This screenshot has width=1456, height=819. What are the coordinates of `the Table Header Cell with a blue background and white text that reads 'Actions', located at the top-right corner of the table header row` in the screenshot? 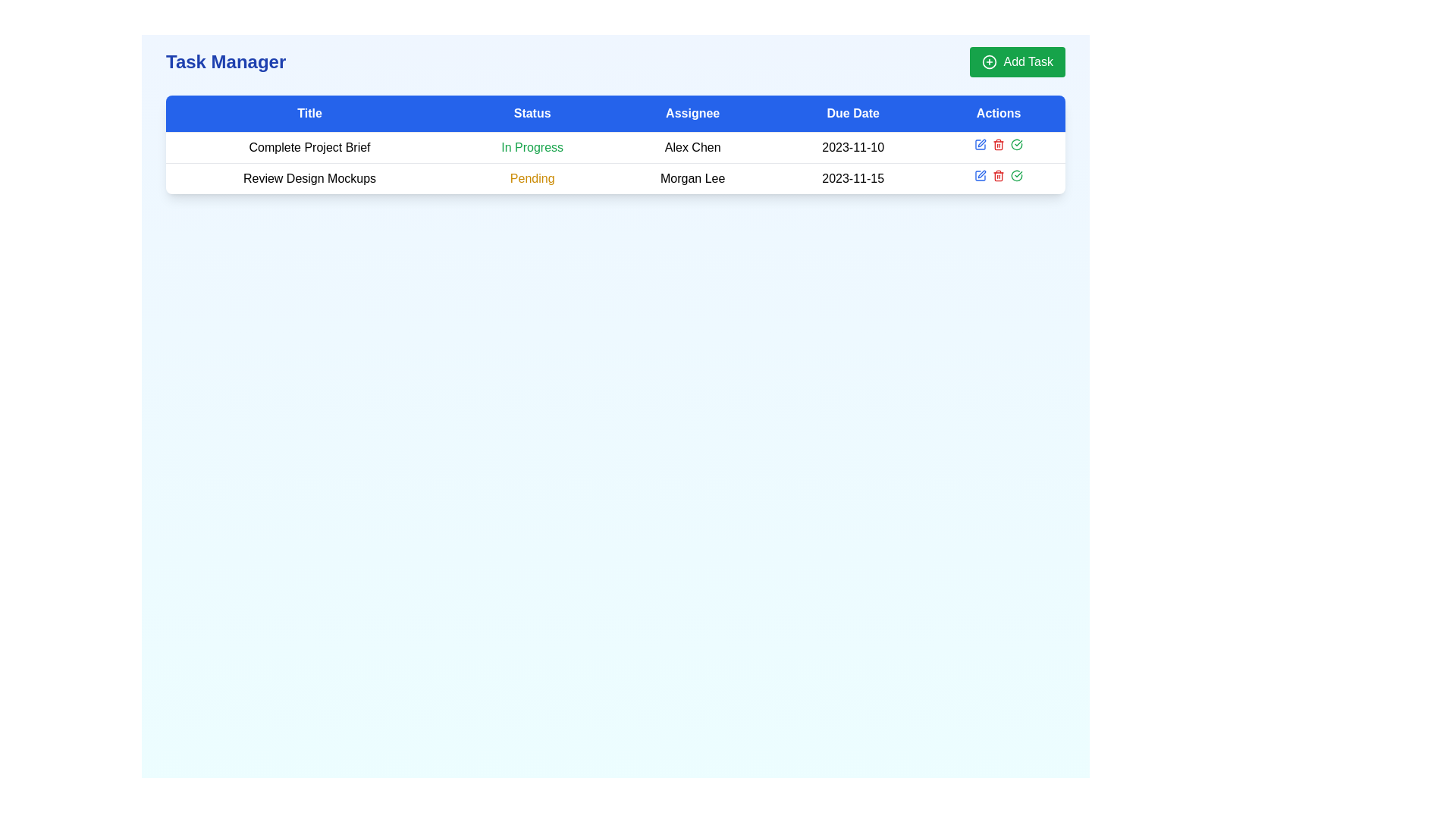 It's located at (999, 113).